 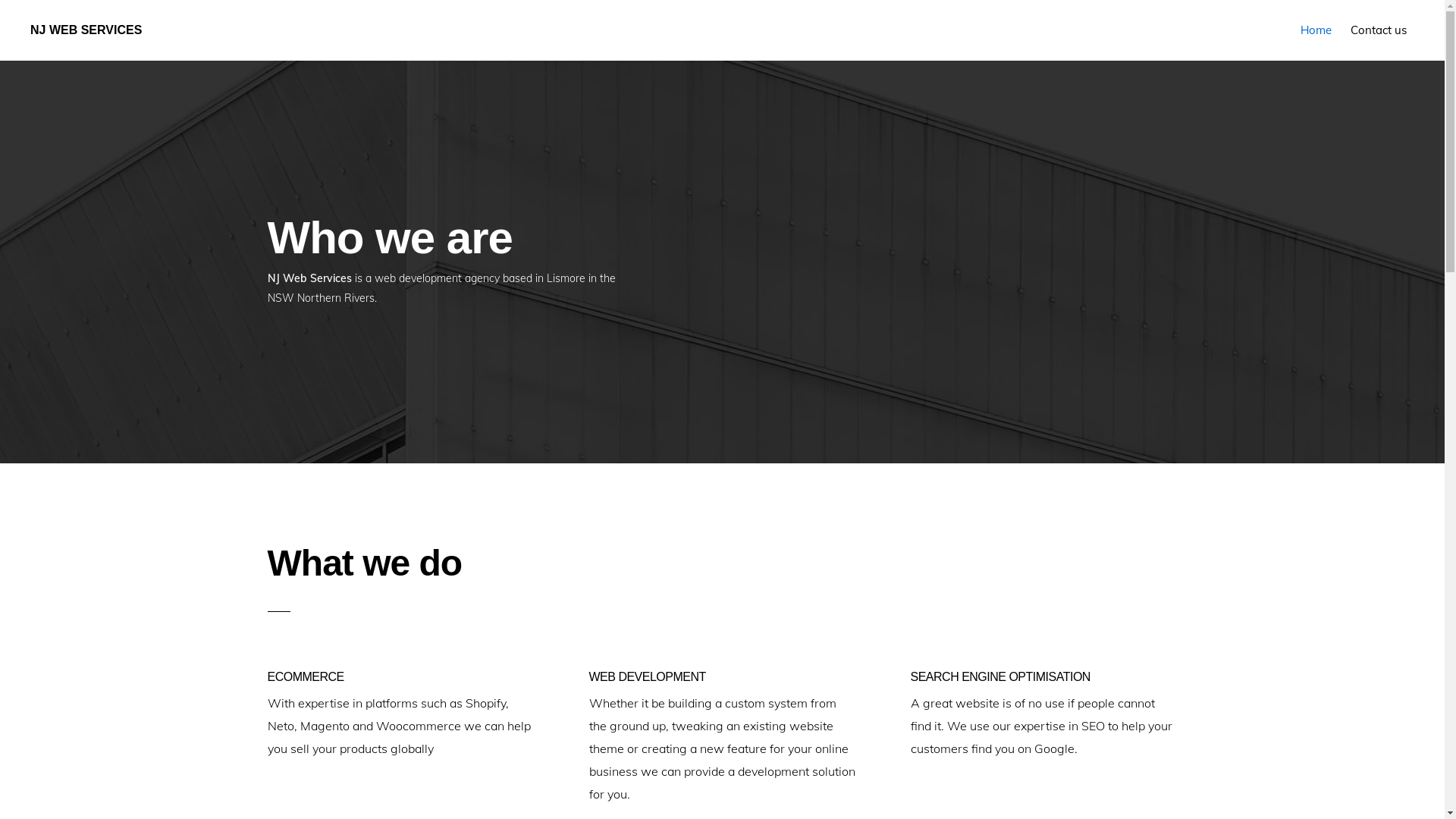 I want to click on 'Skip to primary navigation', so click(x=0, y=0).